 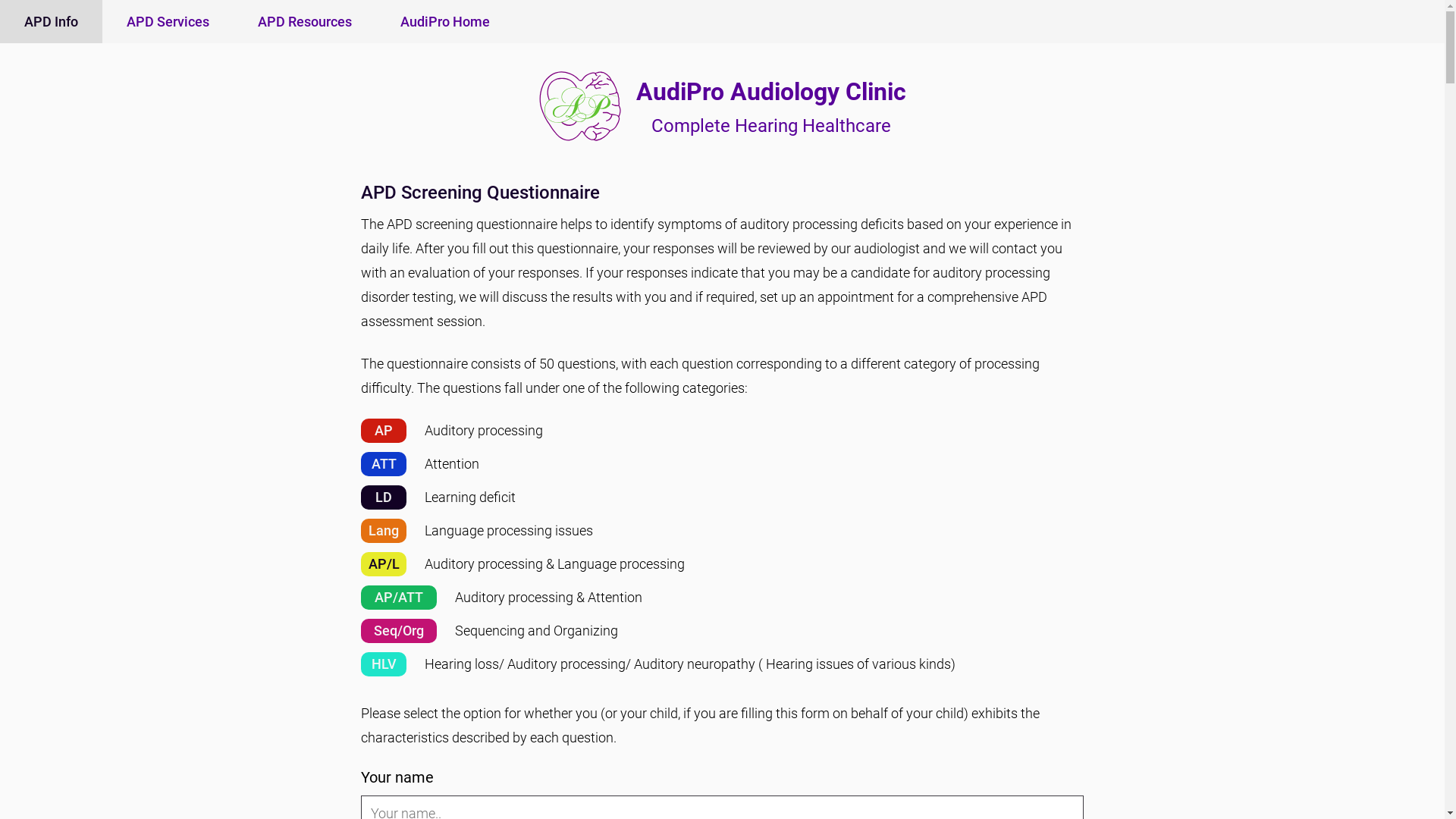 I want to click on 'APD Resources', so click(x=304, y=21).